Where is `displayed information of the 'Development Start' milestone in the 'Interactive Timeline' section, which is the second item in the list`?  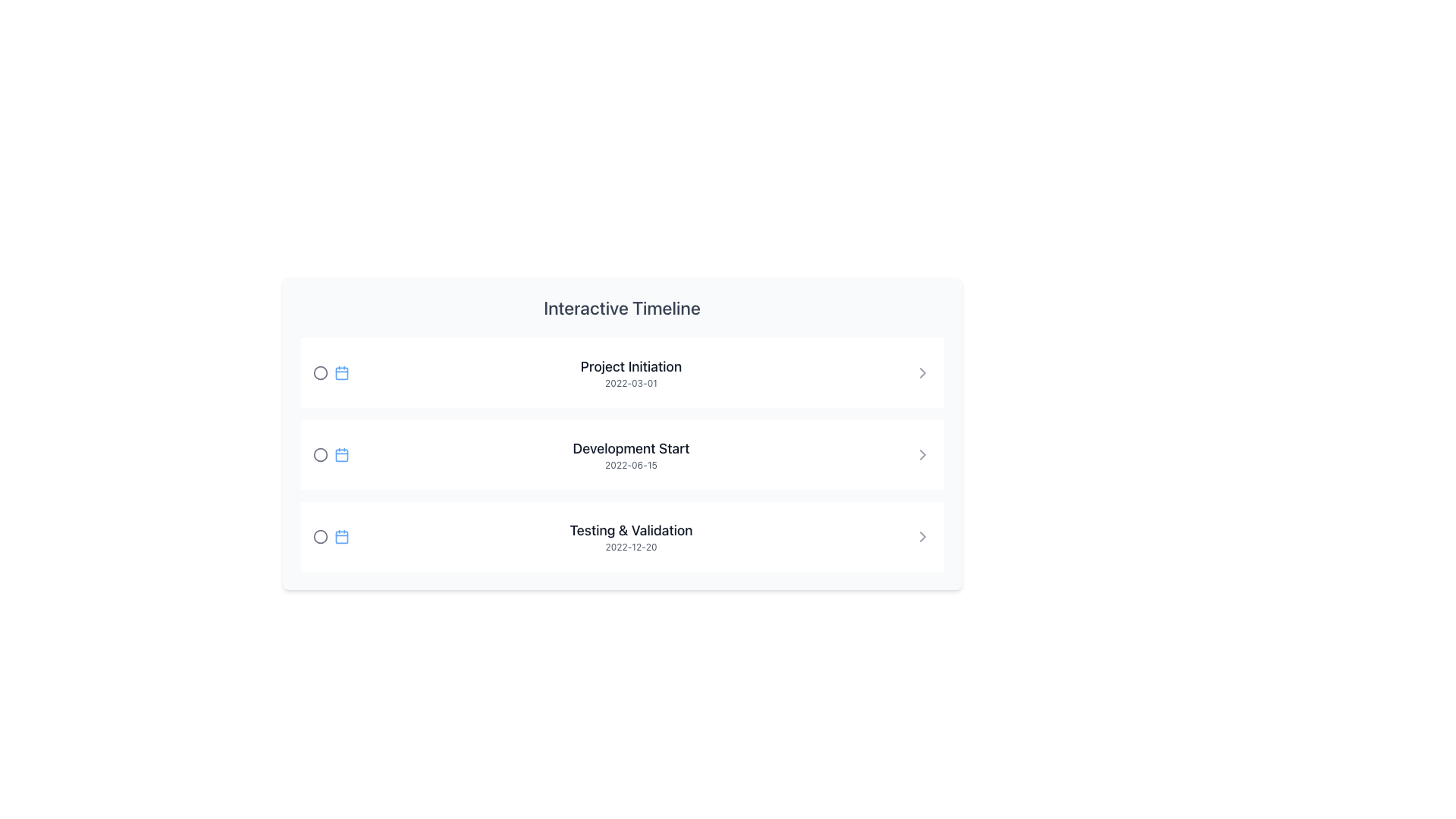 displayed information of the 'Development Start' milestone in the 'Interactive Timeline' section, which is the second item in the list is located at coordinates (631, 454).